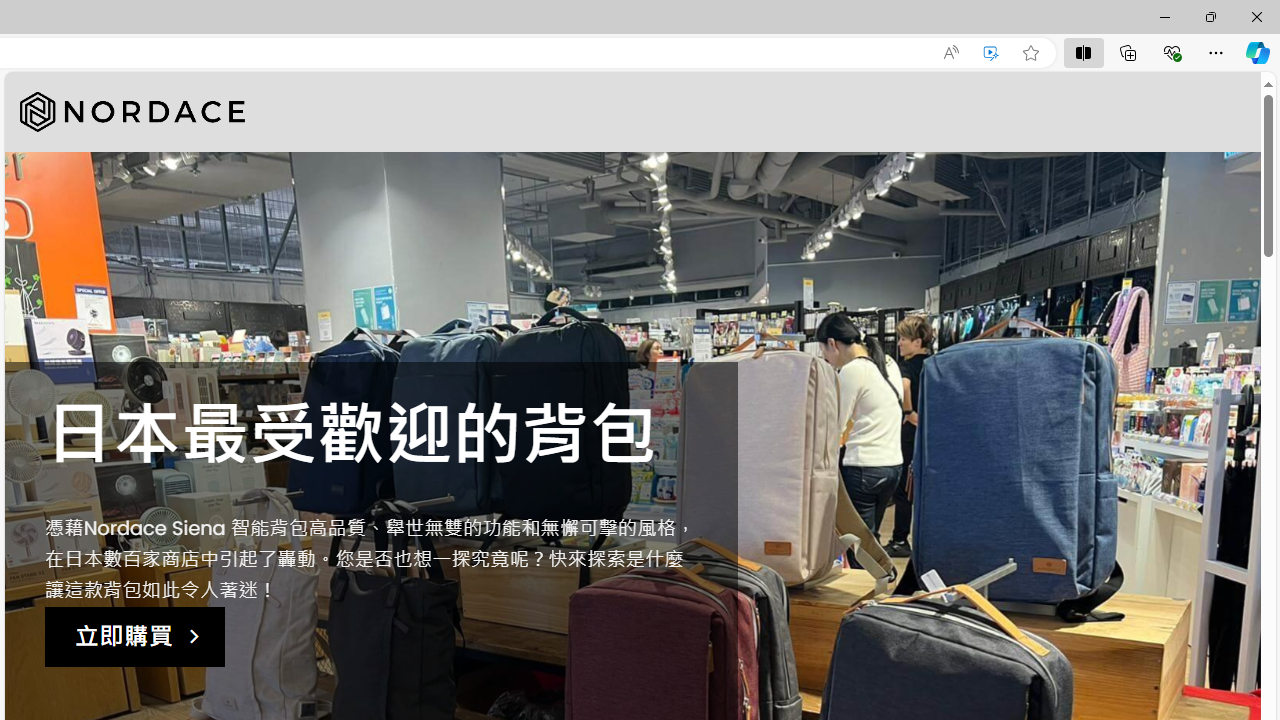 Image resolution: width=1280 pixels, height=720 pixels. What do you see at coordinates (1031, 52) in the screenshot?
I see `'Add this page to favorites (Ctrl+D)'` at bounding box center [1031, 52].